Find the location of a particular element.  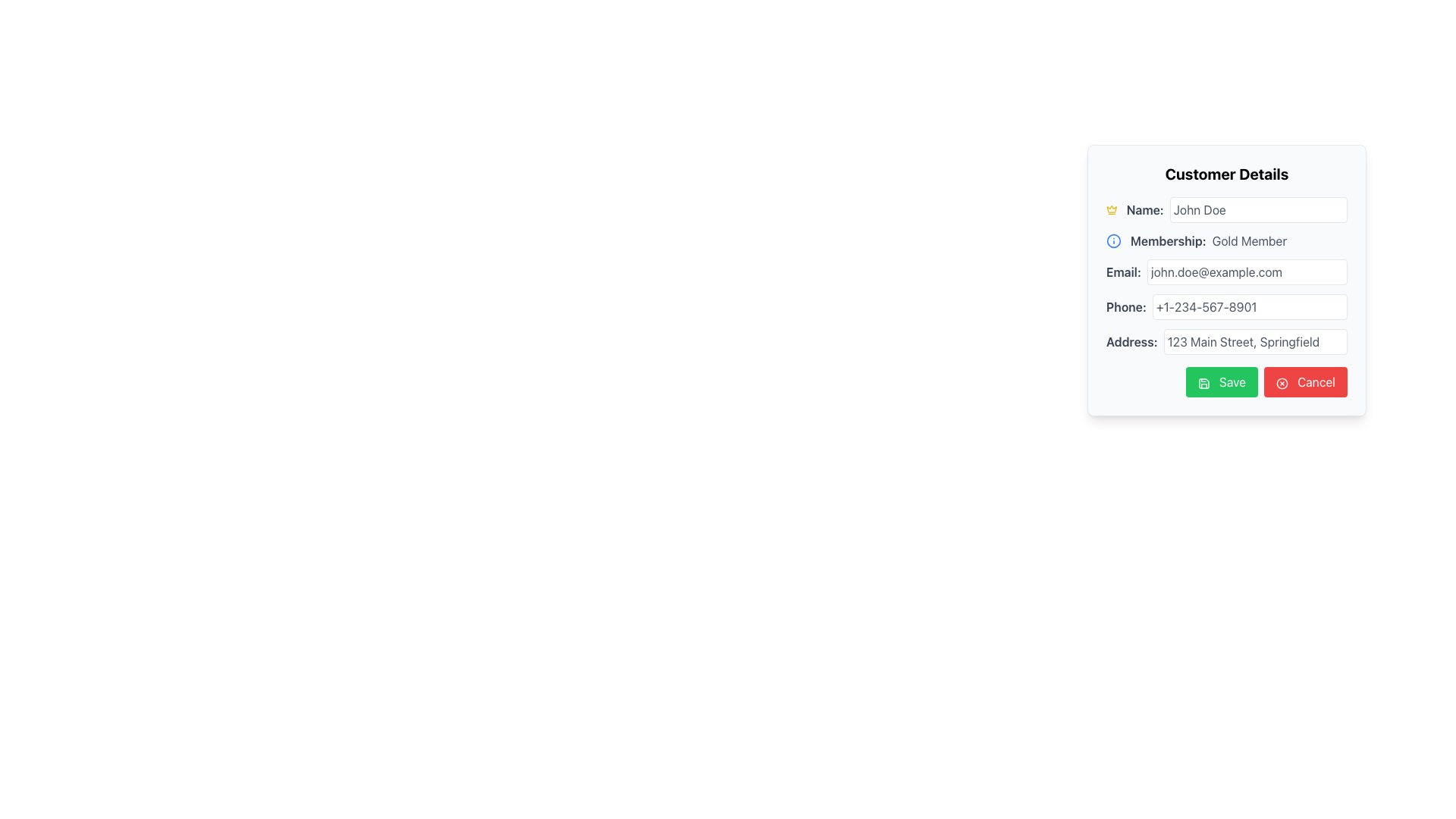

the text input field for email, which displays 'john.doe@example.com' in gray text is located at coordinates (1247, 271).